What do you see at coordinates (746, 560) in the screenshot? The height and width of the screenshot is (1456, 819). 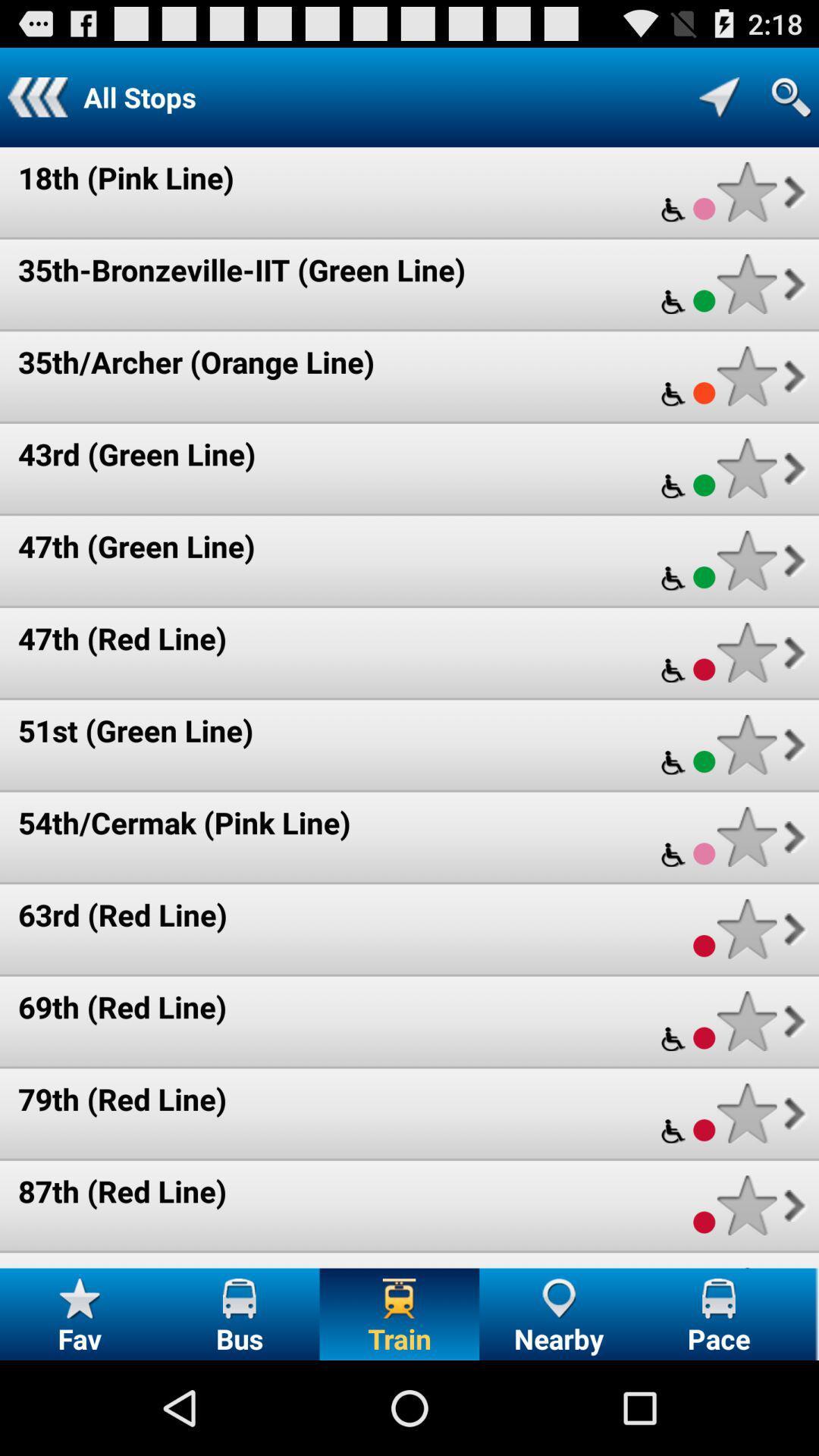 I see `list item to favorites` at bounding box center [746, 560].